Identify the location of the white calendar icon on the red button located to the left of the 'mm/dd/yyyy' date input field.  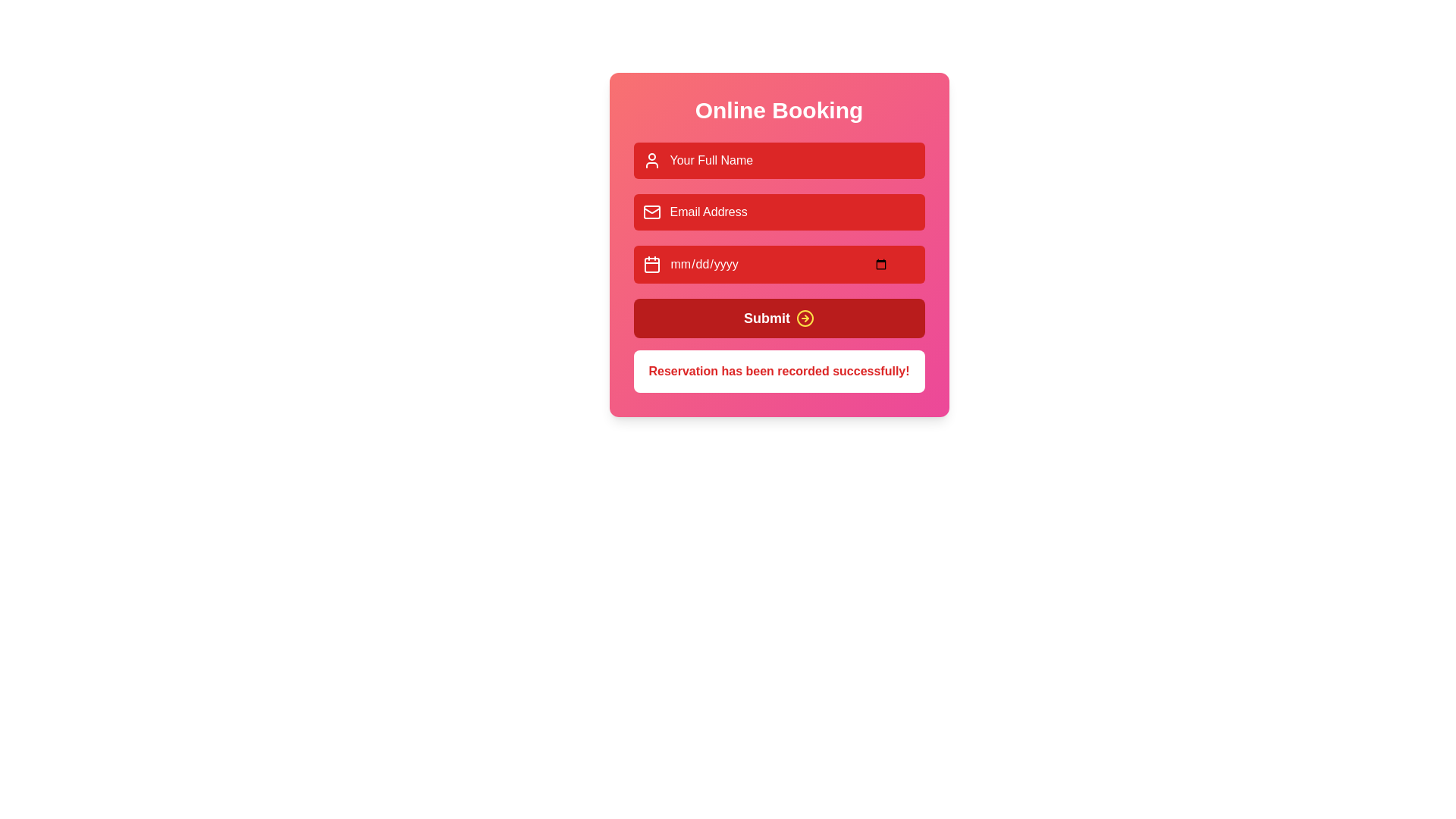
(651, 263).